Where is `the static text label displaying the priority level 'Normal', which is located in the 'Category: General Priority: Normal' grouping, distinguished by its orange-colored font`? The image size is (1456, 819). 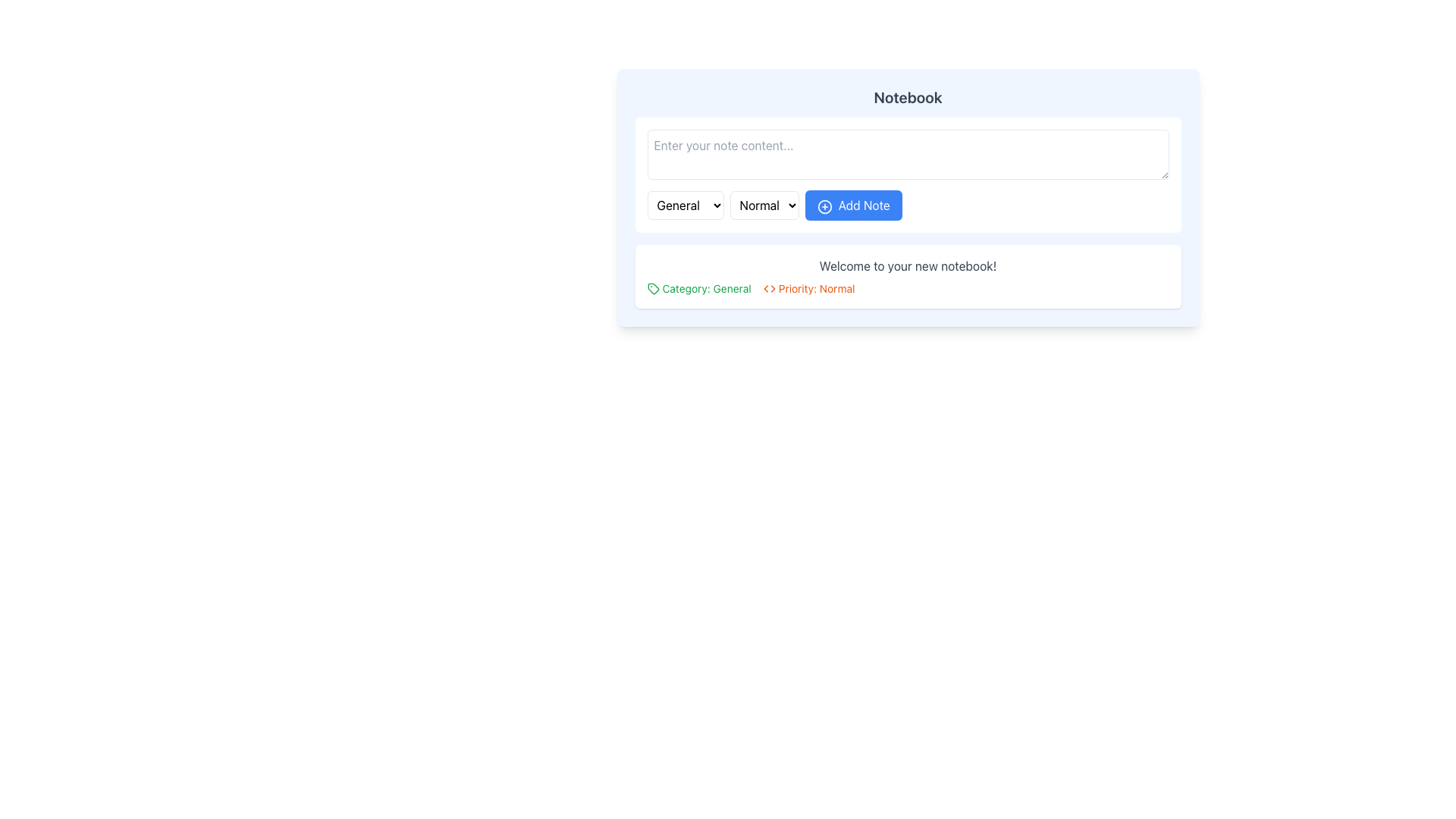
the static text label displaying the priority level 'Normal', which is located in the 'Category: General Priority: Normal' grouping, distinguished by its orange-colored font is located at coordinates (808, 289).